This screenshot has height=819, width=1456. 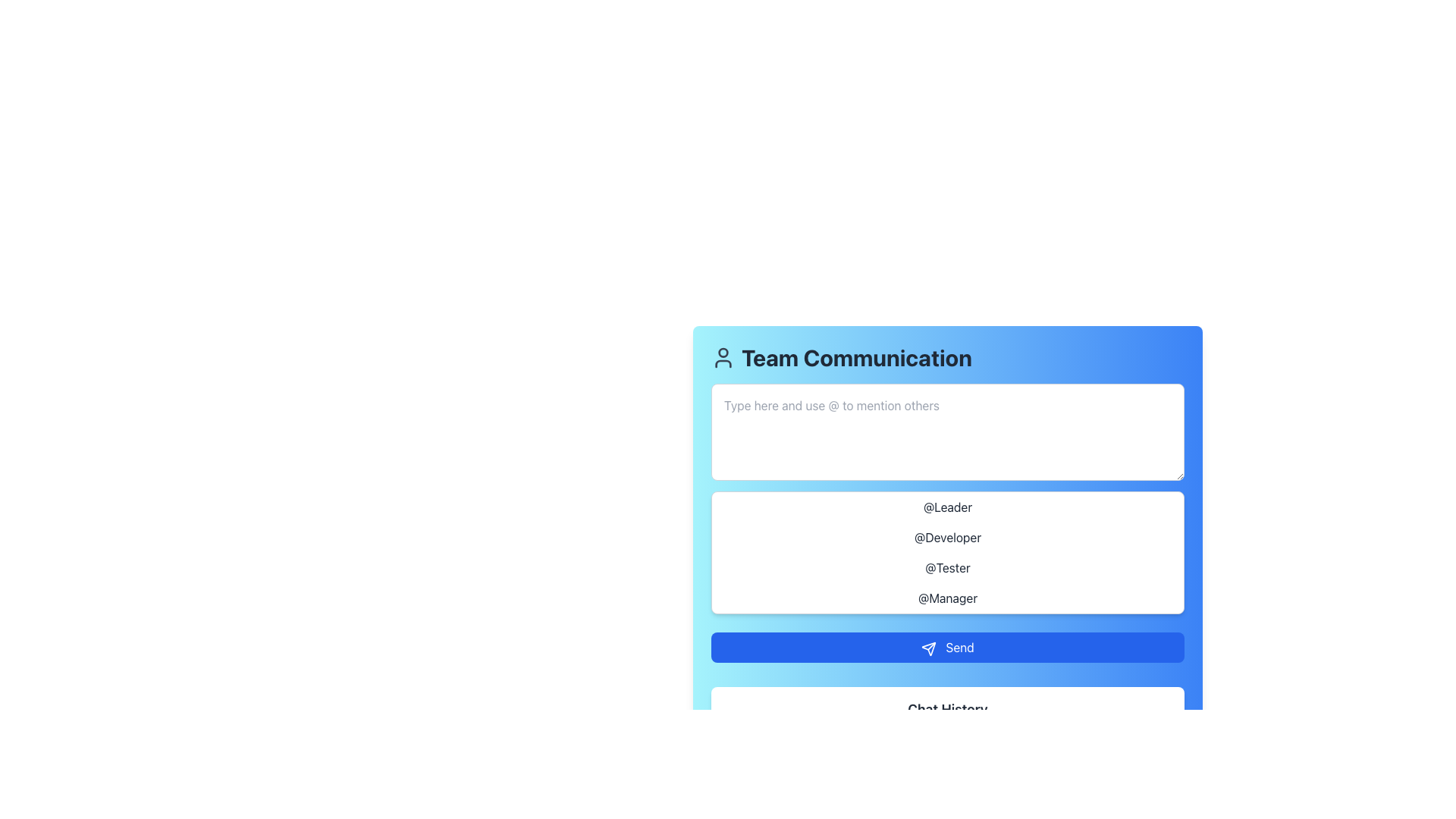 I want to click on the selectable list item displaying the text '@Developer', so click(x=946, y=537).